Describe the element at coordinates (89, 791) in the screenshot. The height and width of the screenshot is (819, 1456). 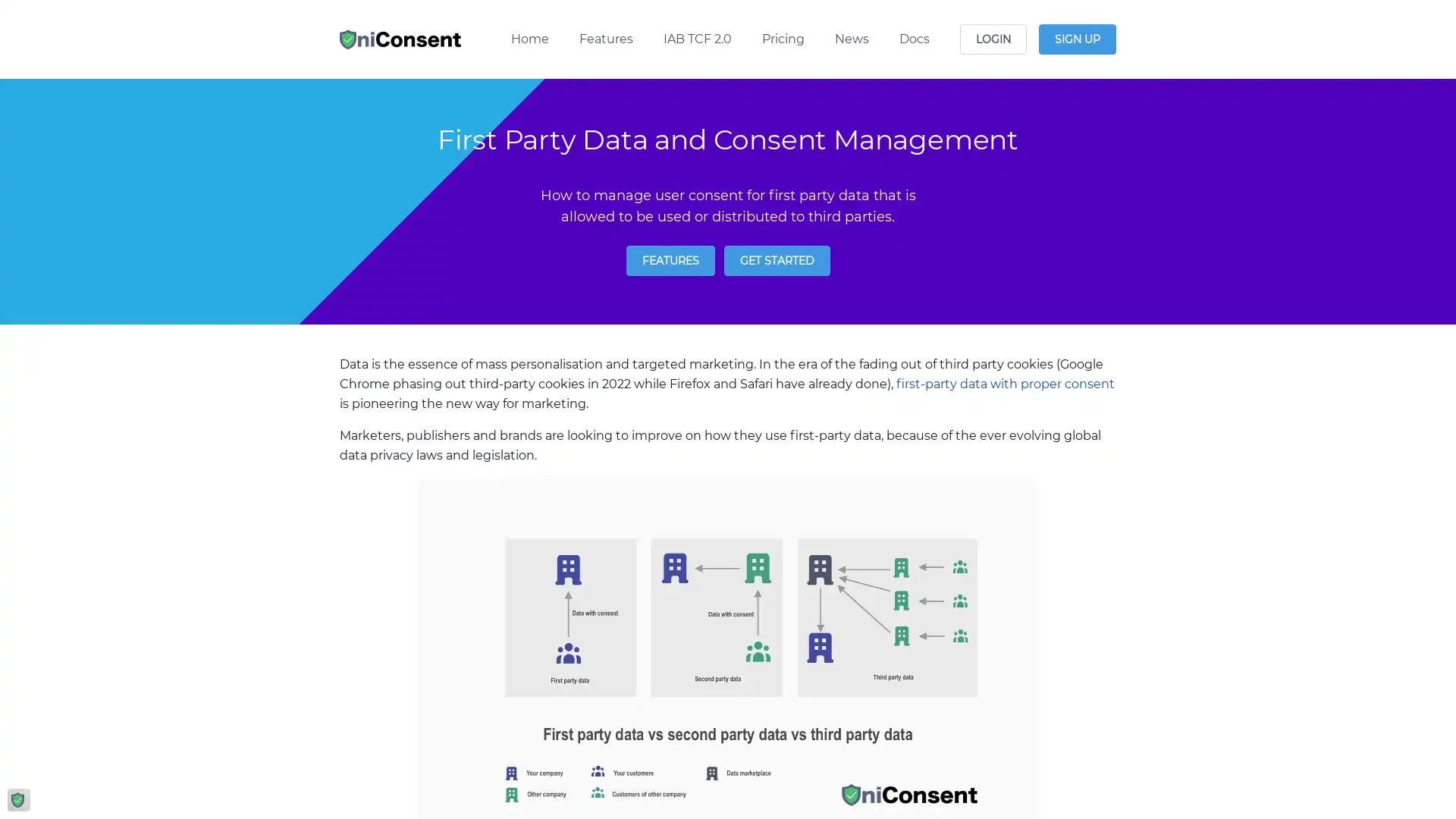
I see `Manage Options` at that location.